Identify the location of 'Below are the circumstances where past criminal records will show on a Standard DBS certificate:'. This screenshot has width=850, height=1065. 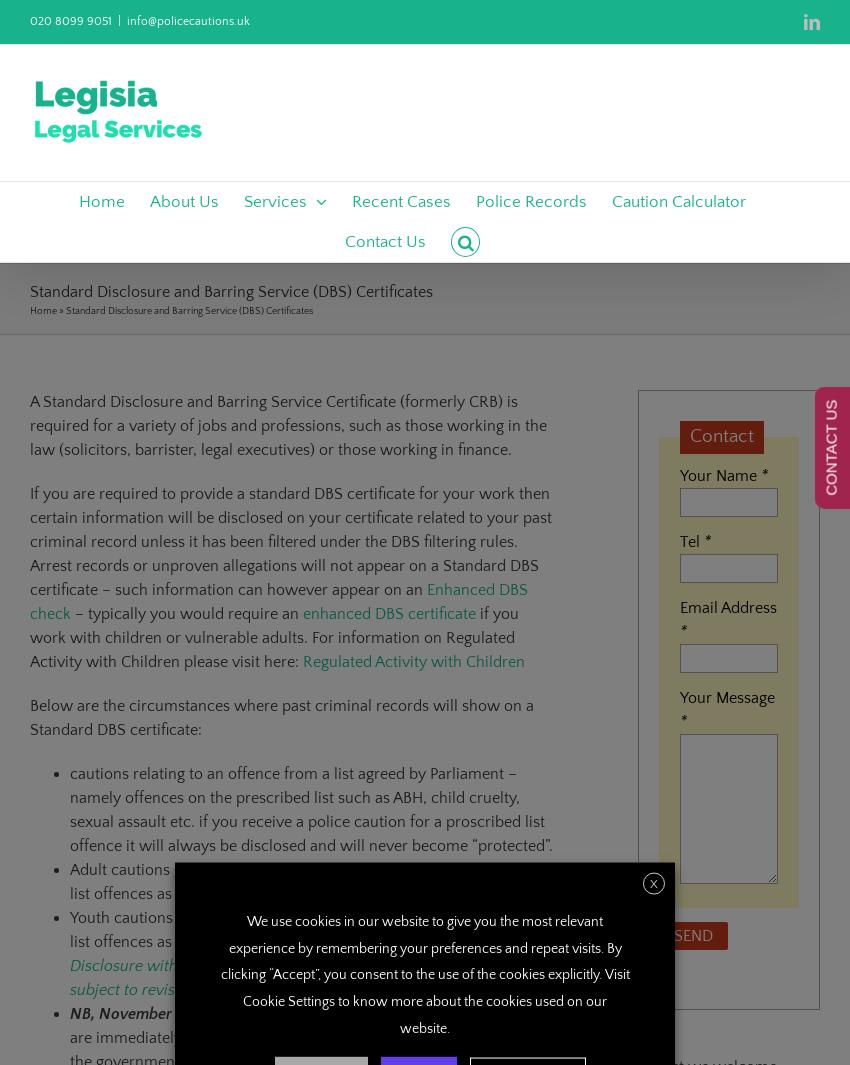
(281, 718).